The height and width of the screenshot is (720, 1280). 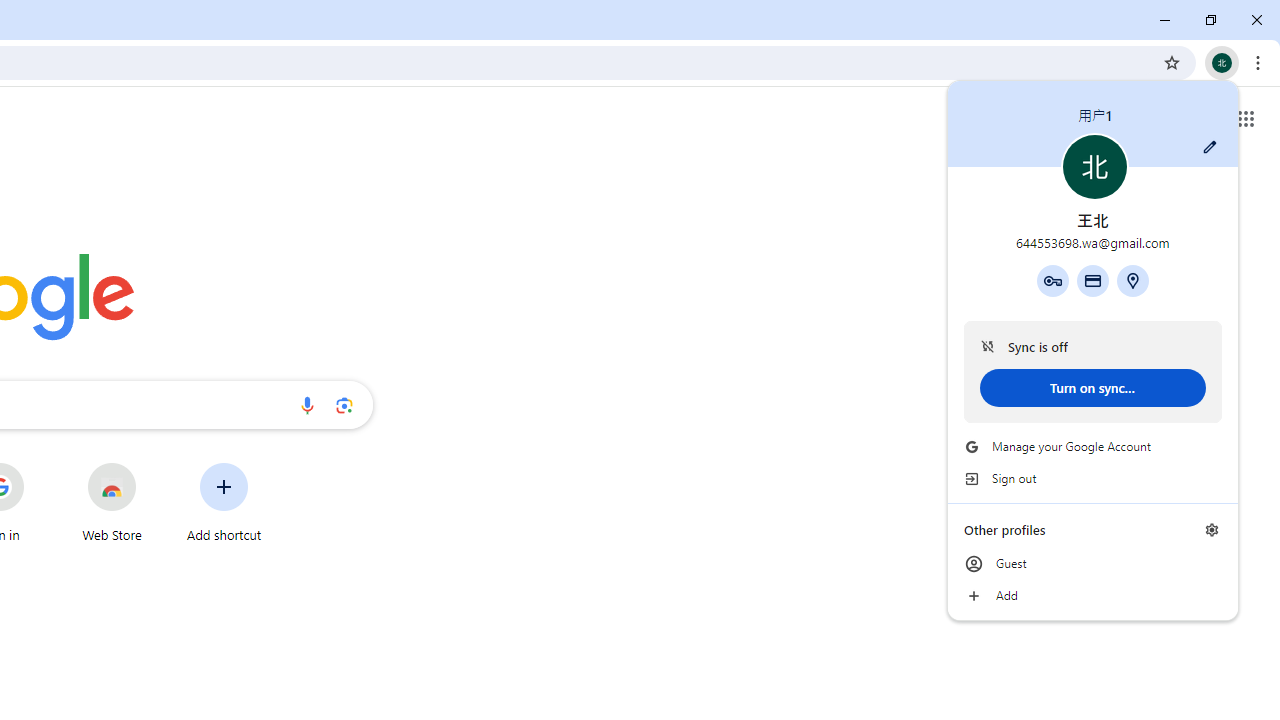 I want to click on 'Web Store', so click(x=111, y=501).